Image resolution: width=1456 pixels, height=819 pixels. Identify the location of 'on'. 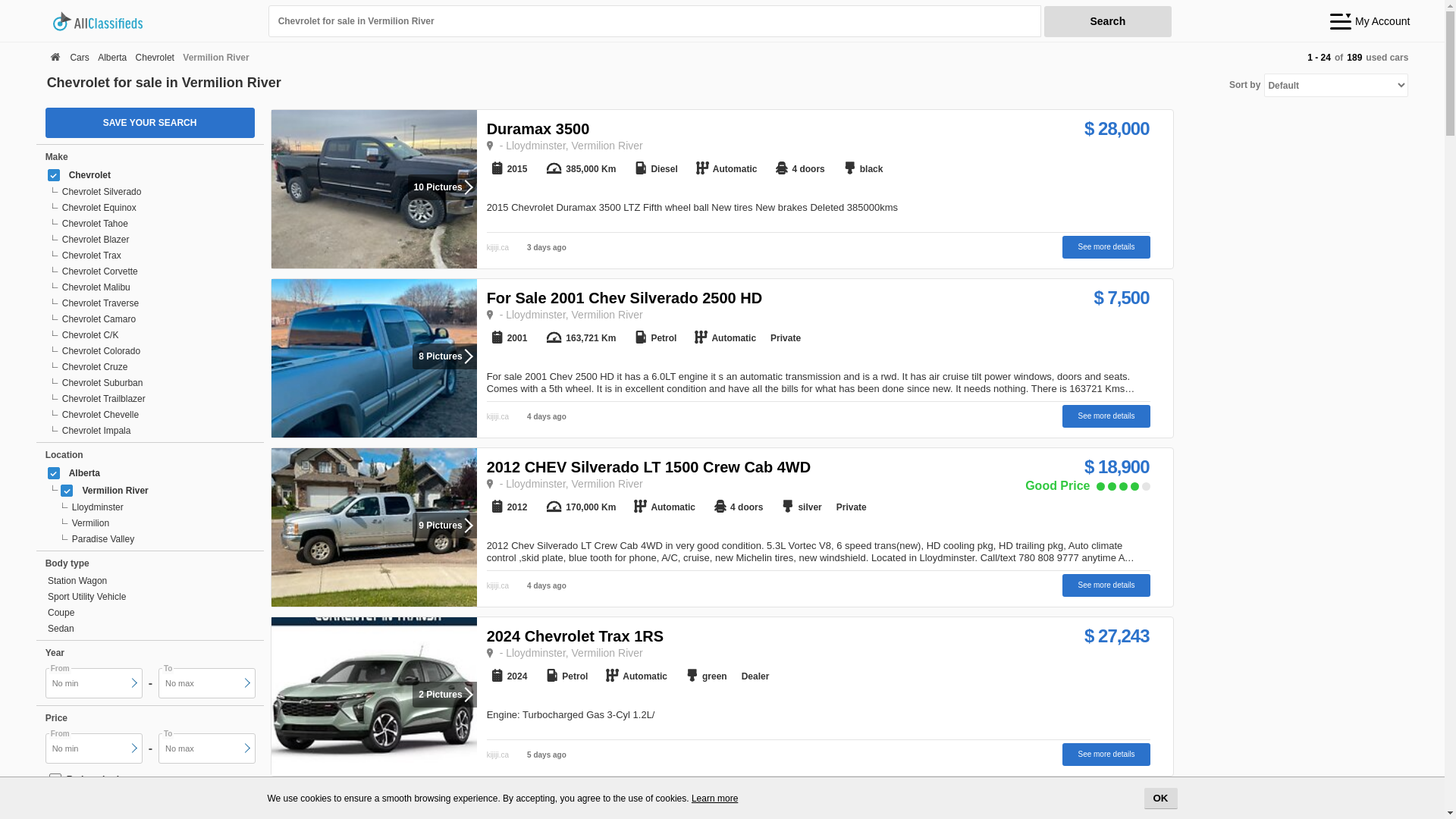
(49, 780).